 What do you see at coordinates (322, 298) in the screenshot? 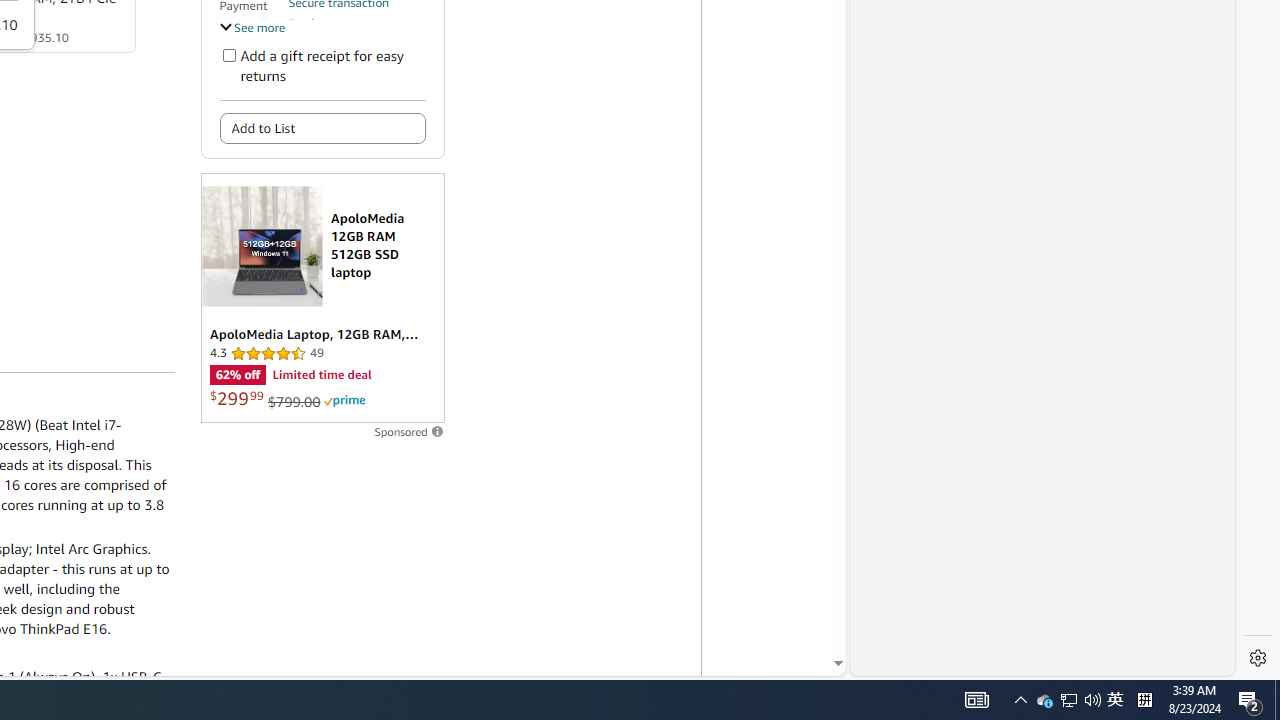
I see `'Sponsored ad'` at bounding box center [322, 298].